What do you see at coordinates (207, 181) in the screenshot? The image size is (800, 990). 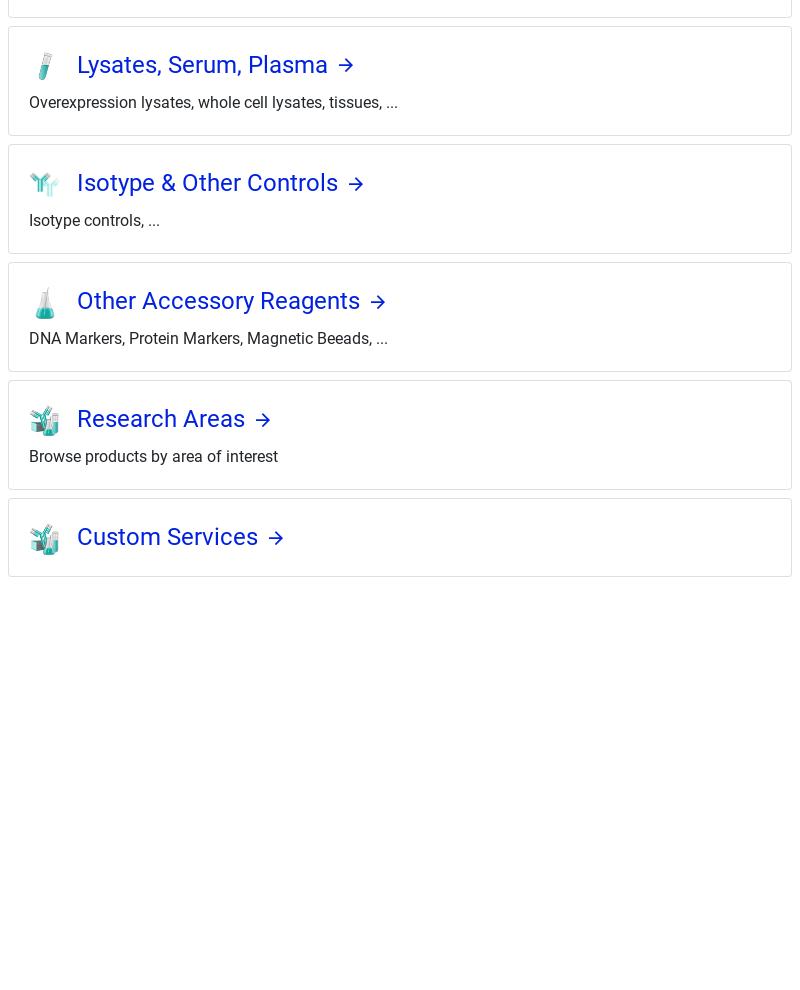 I see `'Isotype & Other Controls'` at bounding box center [207, 181].